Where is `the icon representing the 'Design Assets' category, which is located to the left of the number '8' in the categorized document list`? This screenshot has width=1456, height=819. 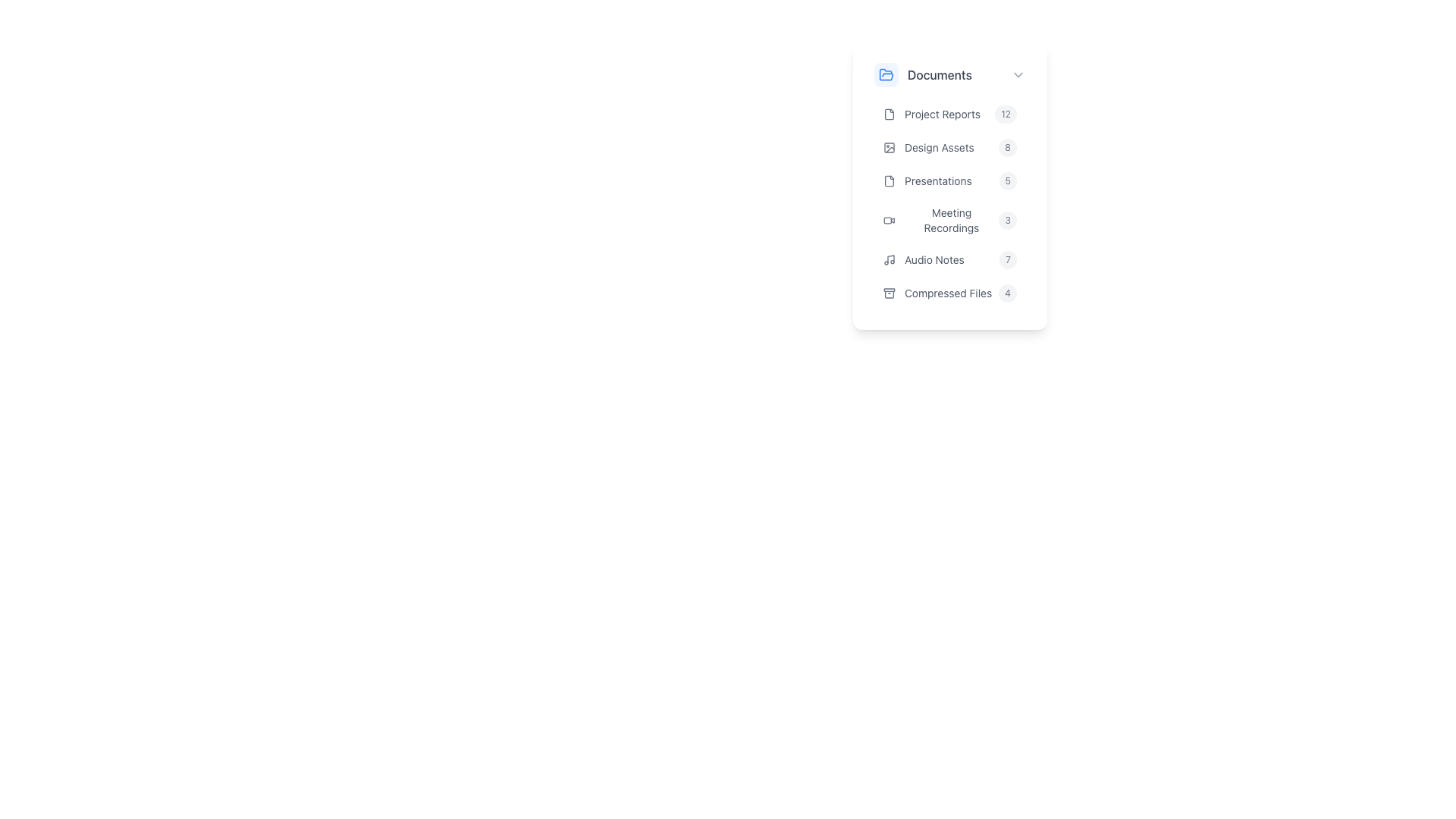
the icon representing the 'Design Assets' category, which is located to the left of the number '8' in the categorized document list is located at coordinates (889, 148).